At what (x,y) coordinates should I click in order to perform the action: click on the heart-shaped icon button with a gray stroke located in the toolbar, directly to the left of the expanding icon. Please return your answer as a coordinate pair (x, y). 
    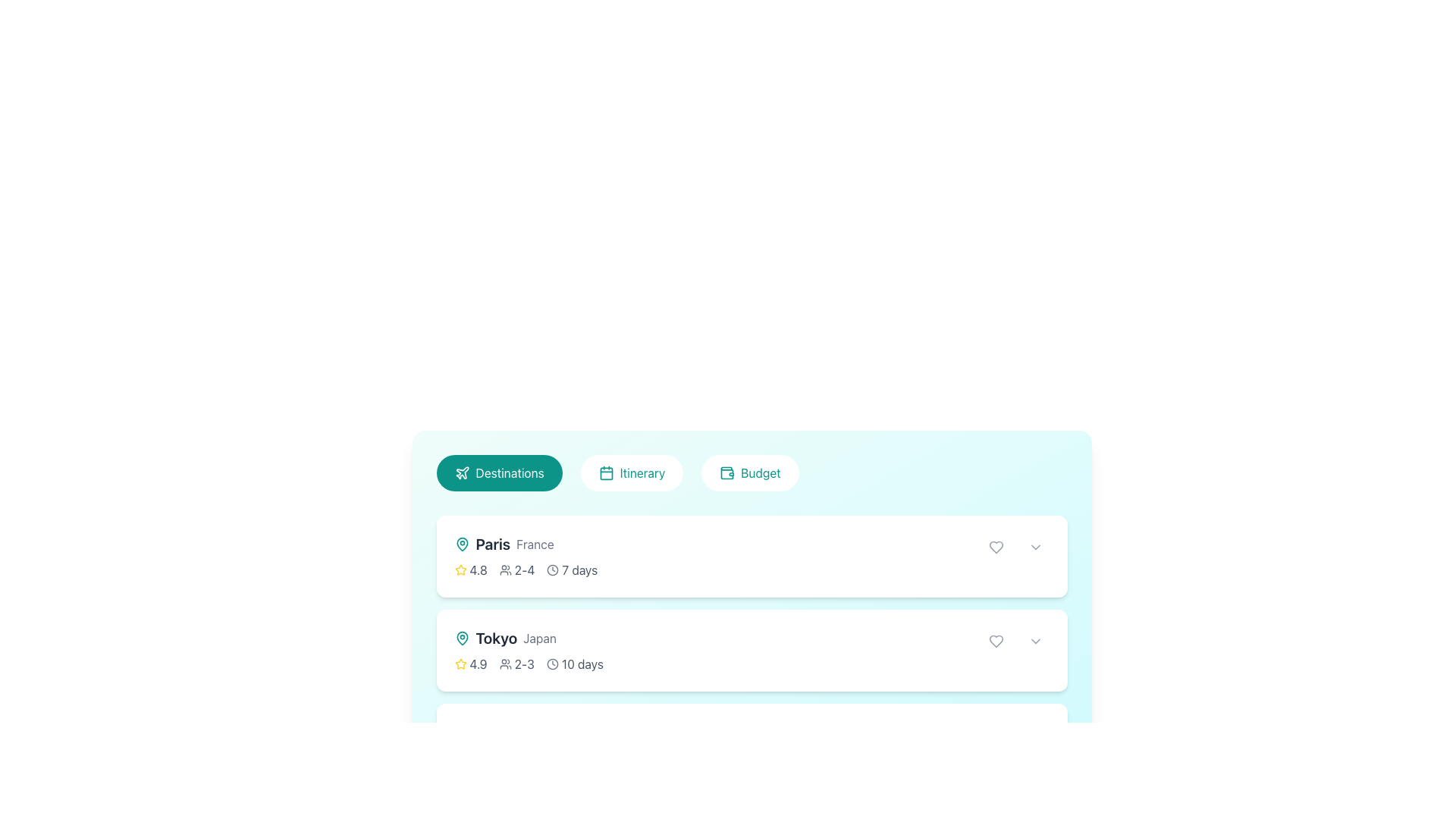
    Looking at the image, I should click on (996, 641).